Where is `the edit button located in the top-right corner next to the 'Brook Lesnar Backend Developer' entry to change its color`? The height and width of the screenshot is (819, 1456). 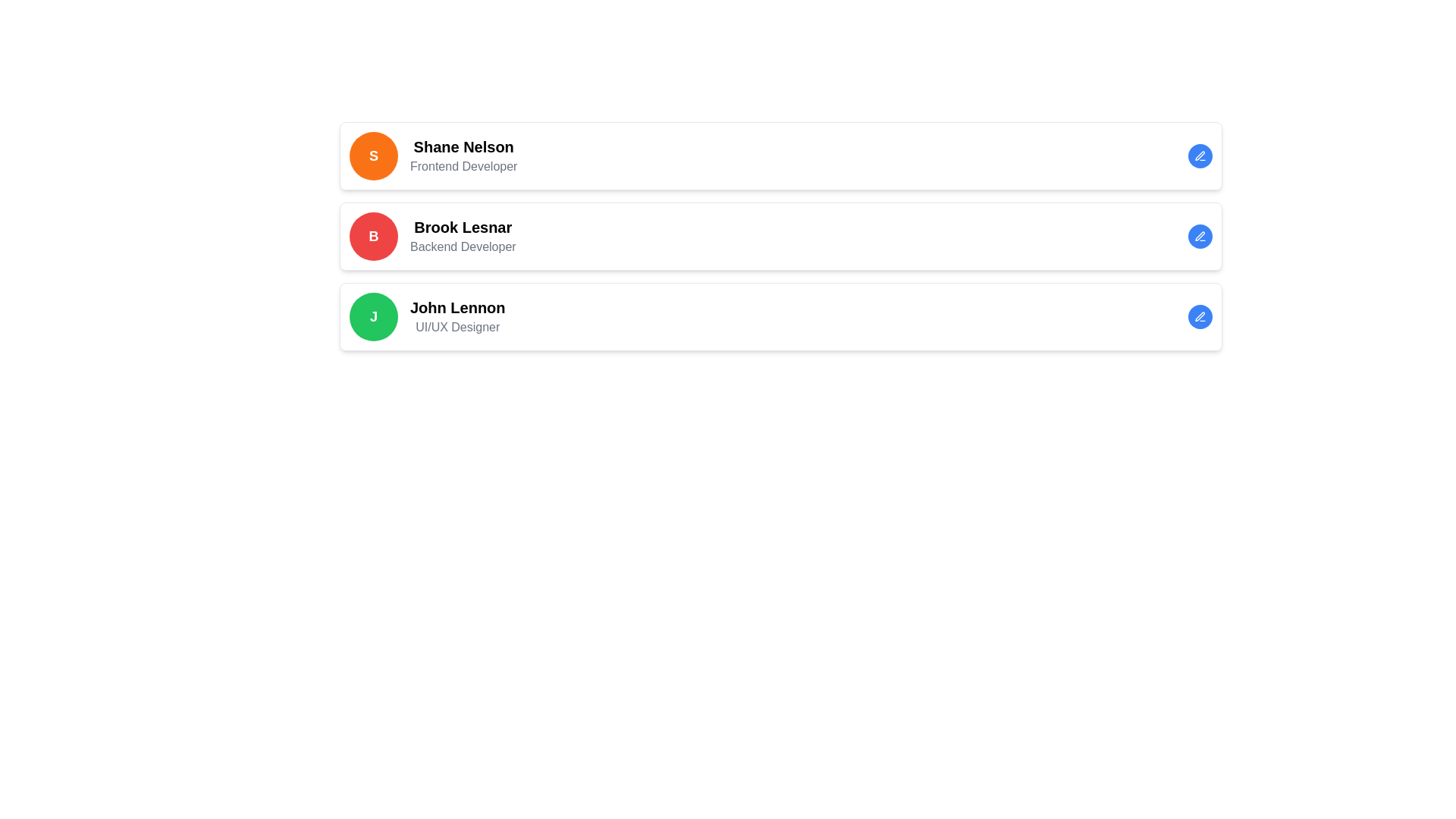 the edit button located in the top-right corner next to the 'Brook Lesnar Backend Developer' entry to change its color is located at coordinates (1200, 237).